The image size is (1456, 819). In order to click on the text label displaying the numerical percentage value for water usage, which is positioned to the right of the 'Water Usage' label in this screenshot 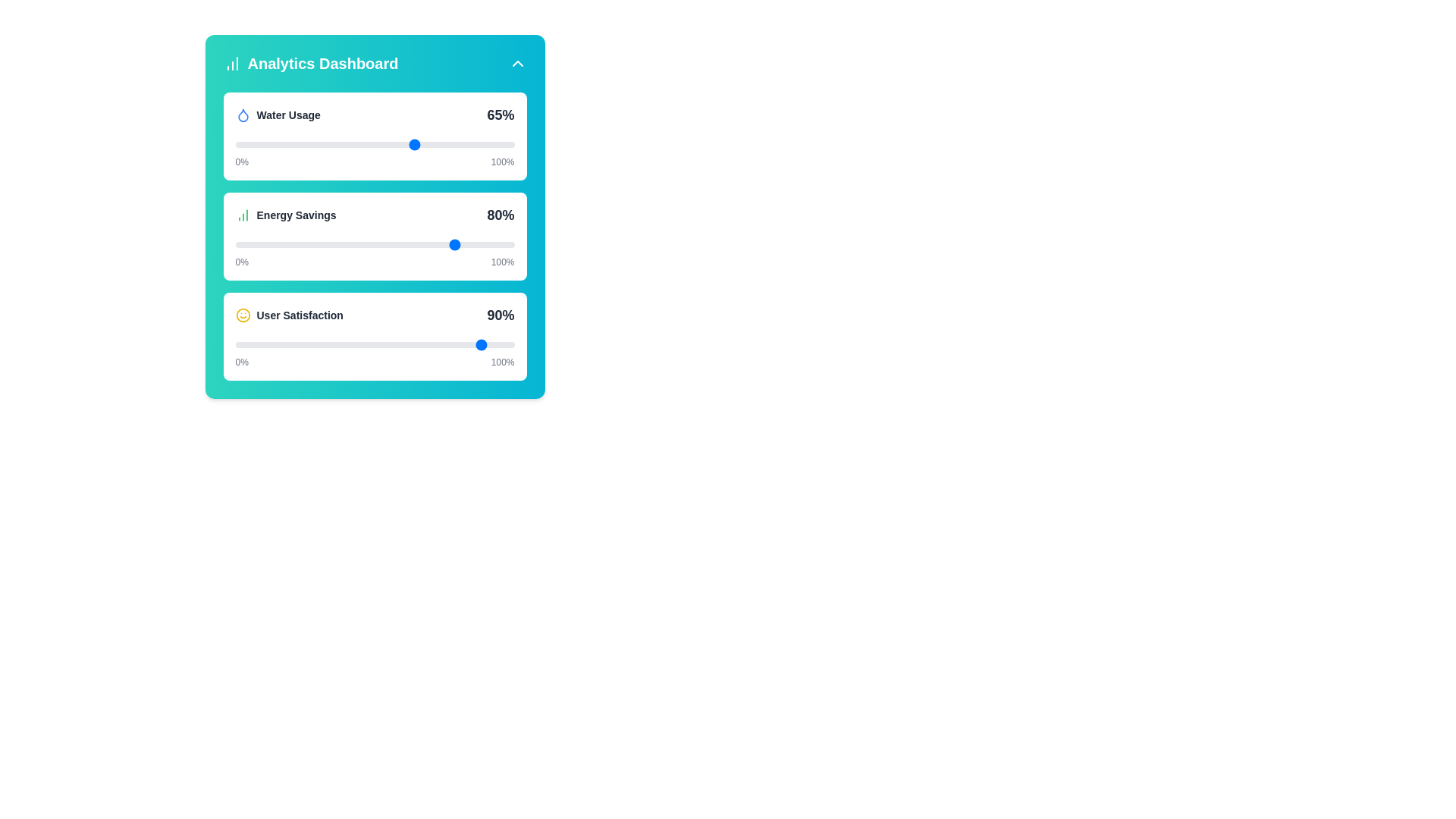, I will do `click(500, 114)`.